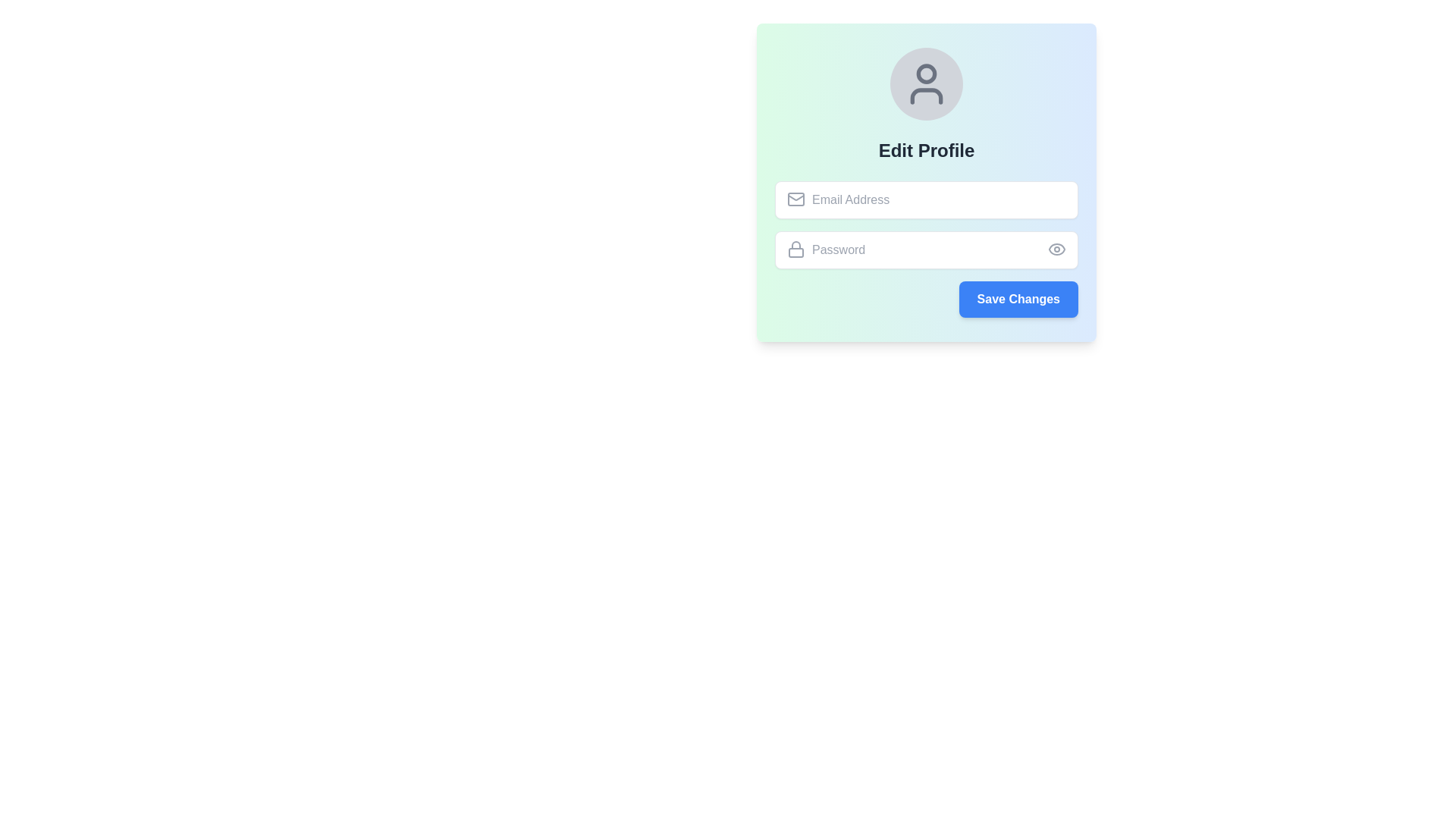 The height and width of the screenshot is (819, 1456). I want to click on the 'Submit' button located at the bottom right of the profile editing interface, so click(1018, 299).